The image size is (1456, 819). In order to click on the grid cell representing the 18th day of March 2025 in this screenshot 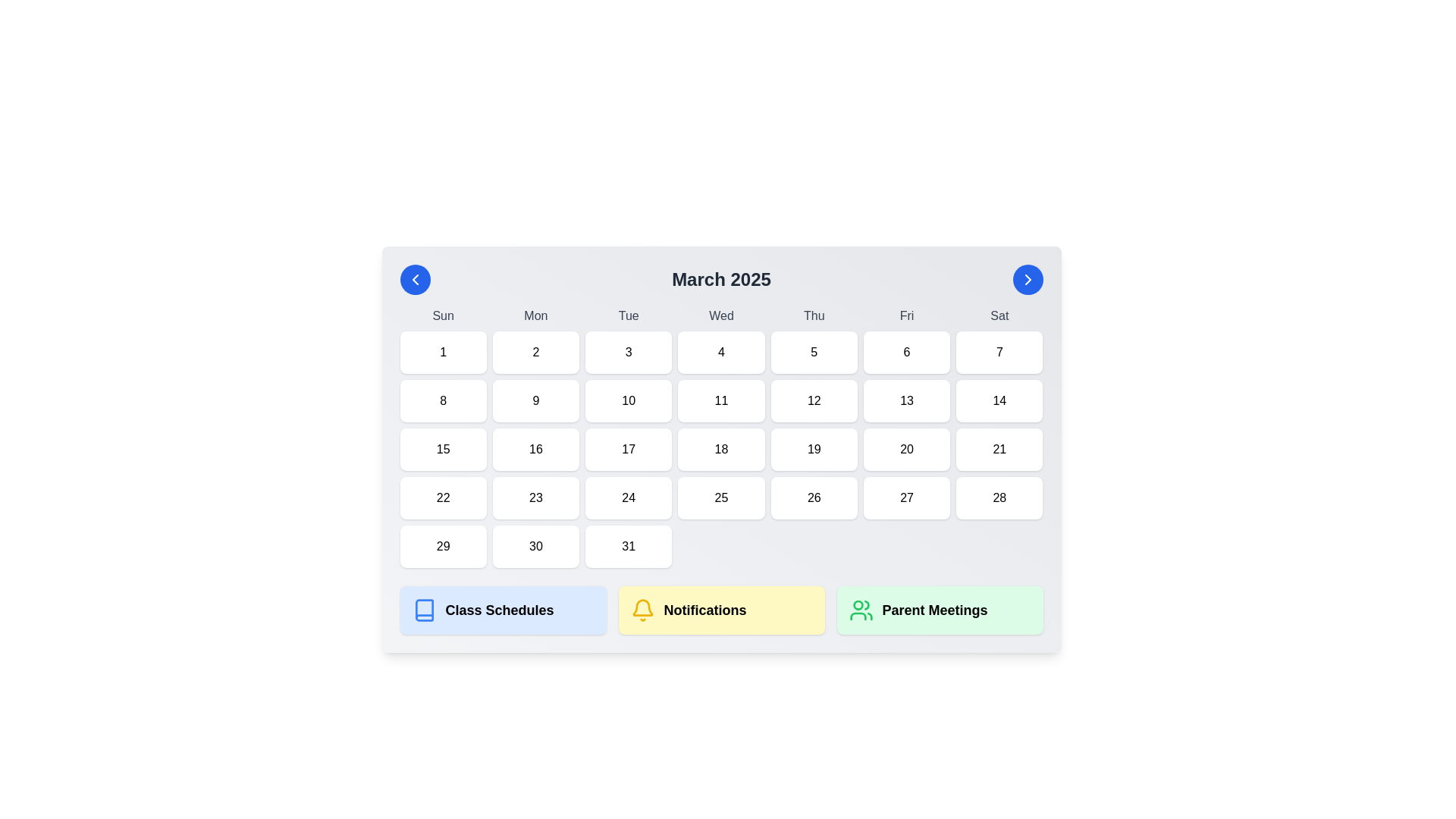, I will do `click(720, 438)`.